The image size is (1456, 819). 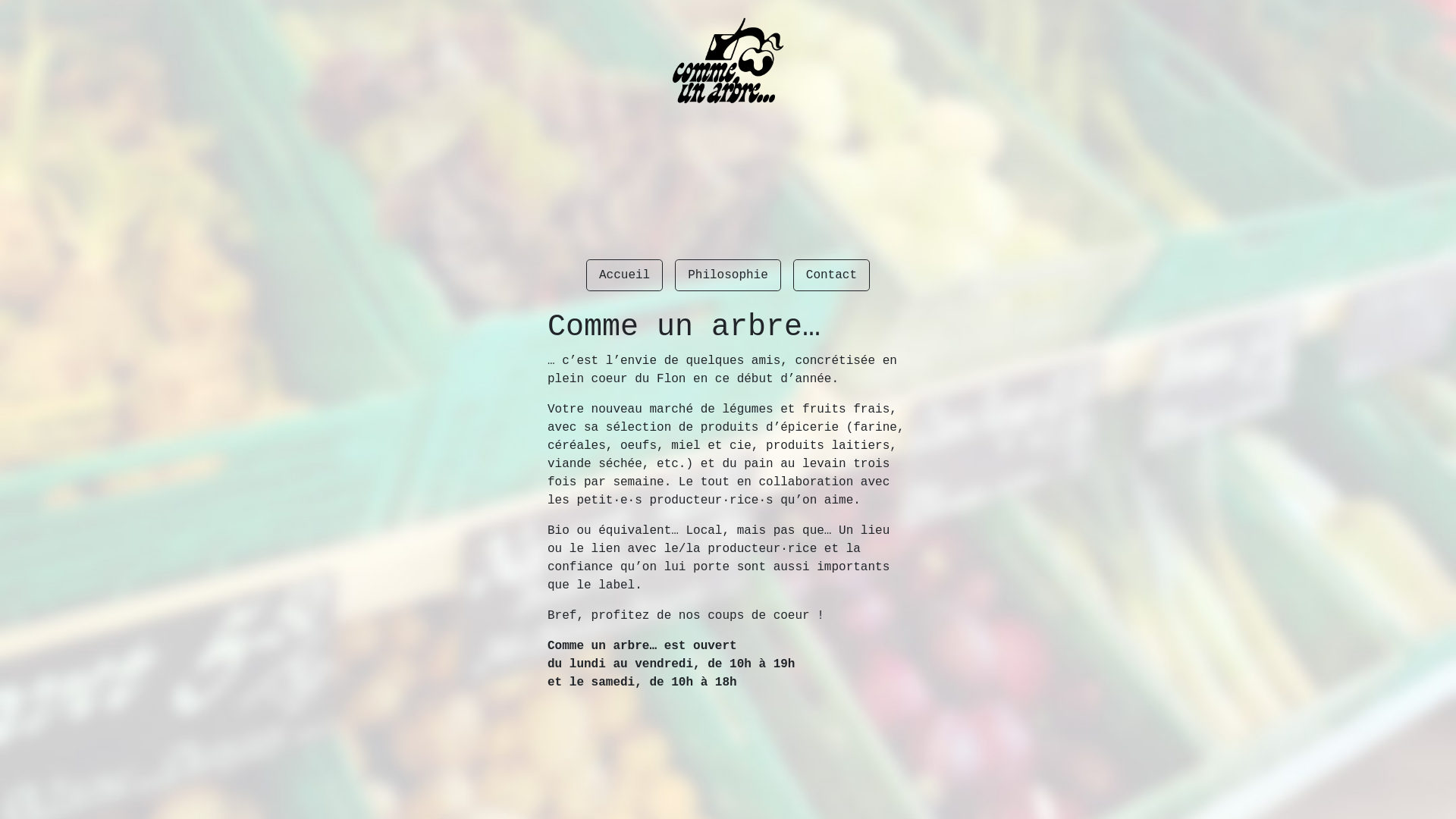 I want to click on 'Philosophie', so click(x=728, y=275).